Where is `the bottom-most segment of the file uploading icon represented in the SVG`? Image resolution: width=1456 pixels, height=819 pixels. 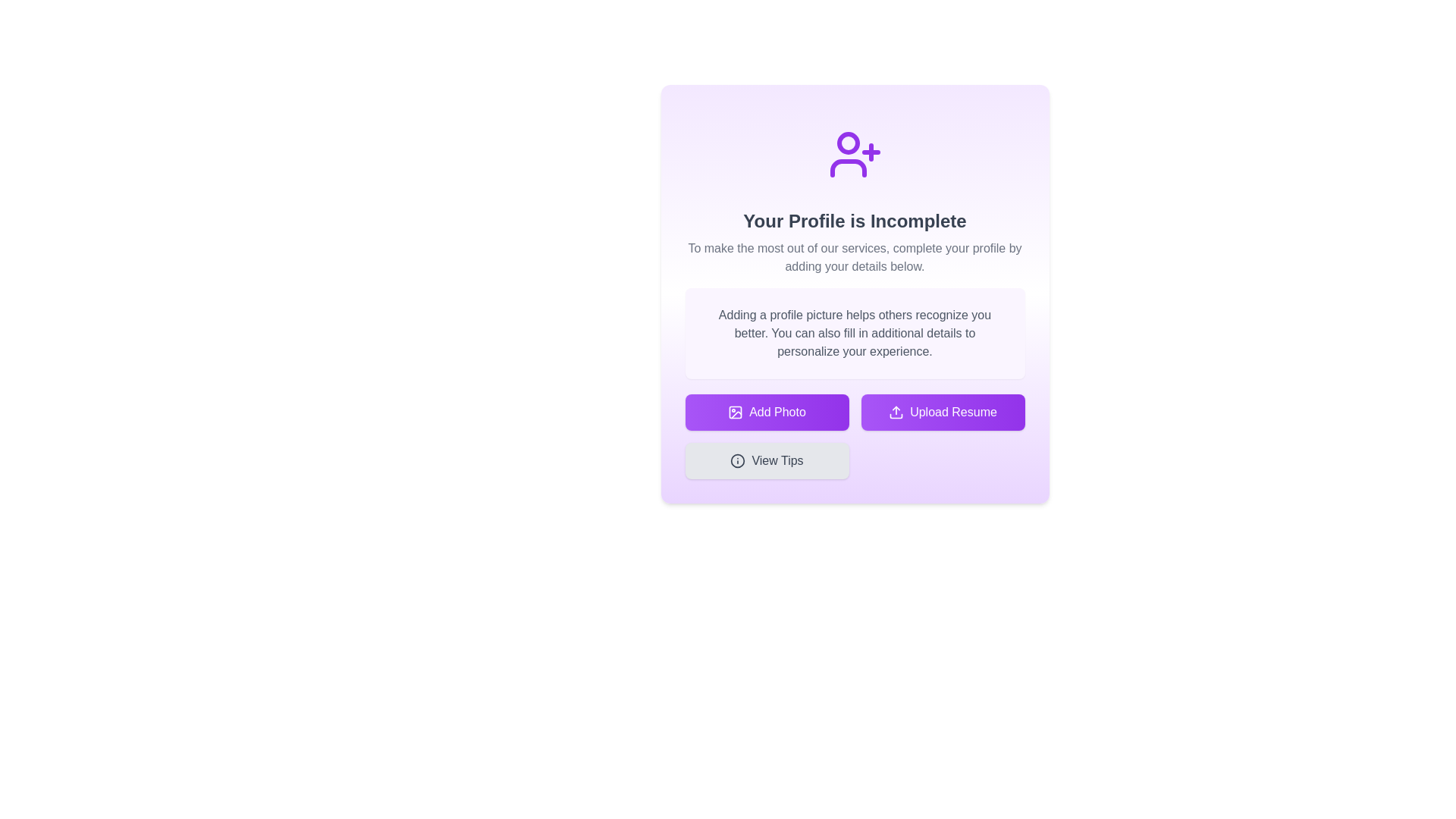
the bottom-most segment of the file uploading icon represented in the SVG is located at coordinates (896, 416).